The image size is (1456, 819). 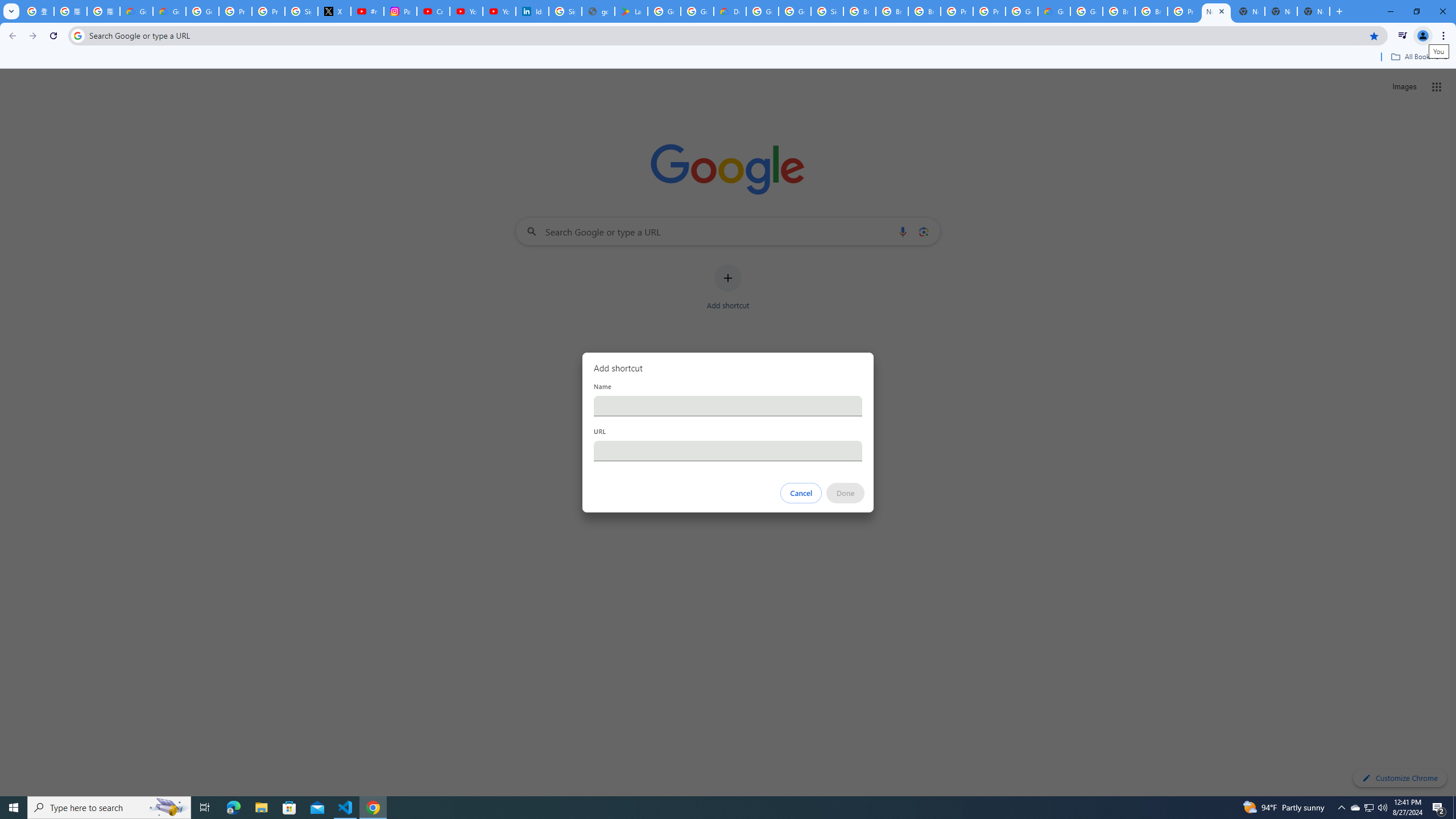 What do you see at coordinates (268, 11) in the screenshot?
I see `'Privacy Help Center - Policies Help'` at bounding box center [268, 11].